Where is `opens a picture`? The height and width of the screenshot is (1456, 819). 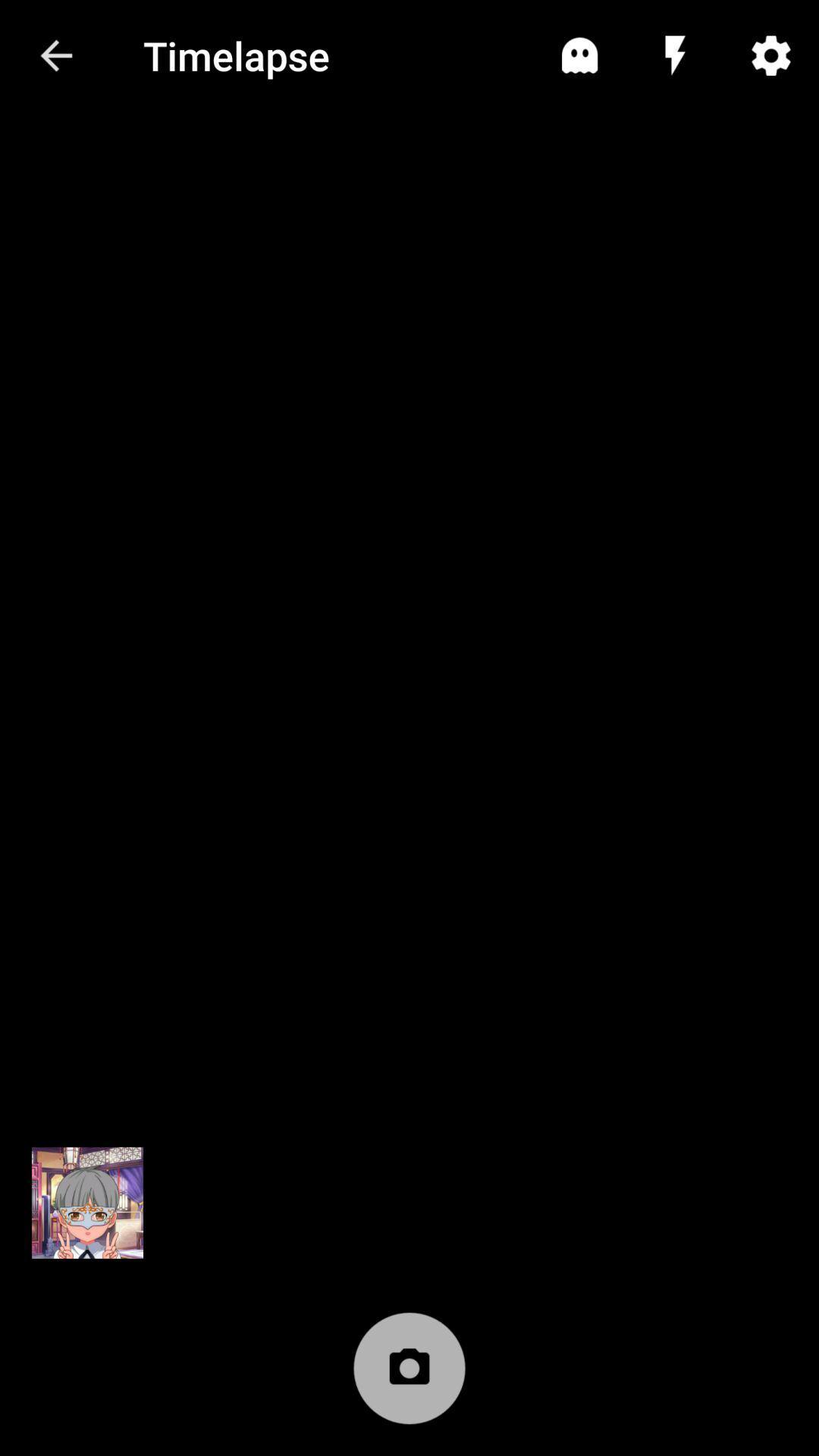
opens a picture is located at coordinates (87, 1202).